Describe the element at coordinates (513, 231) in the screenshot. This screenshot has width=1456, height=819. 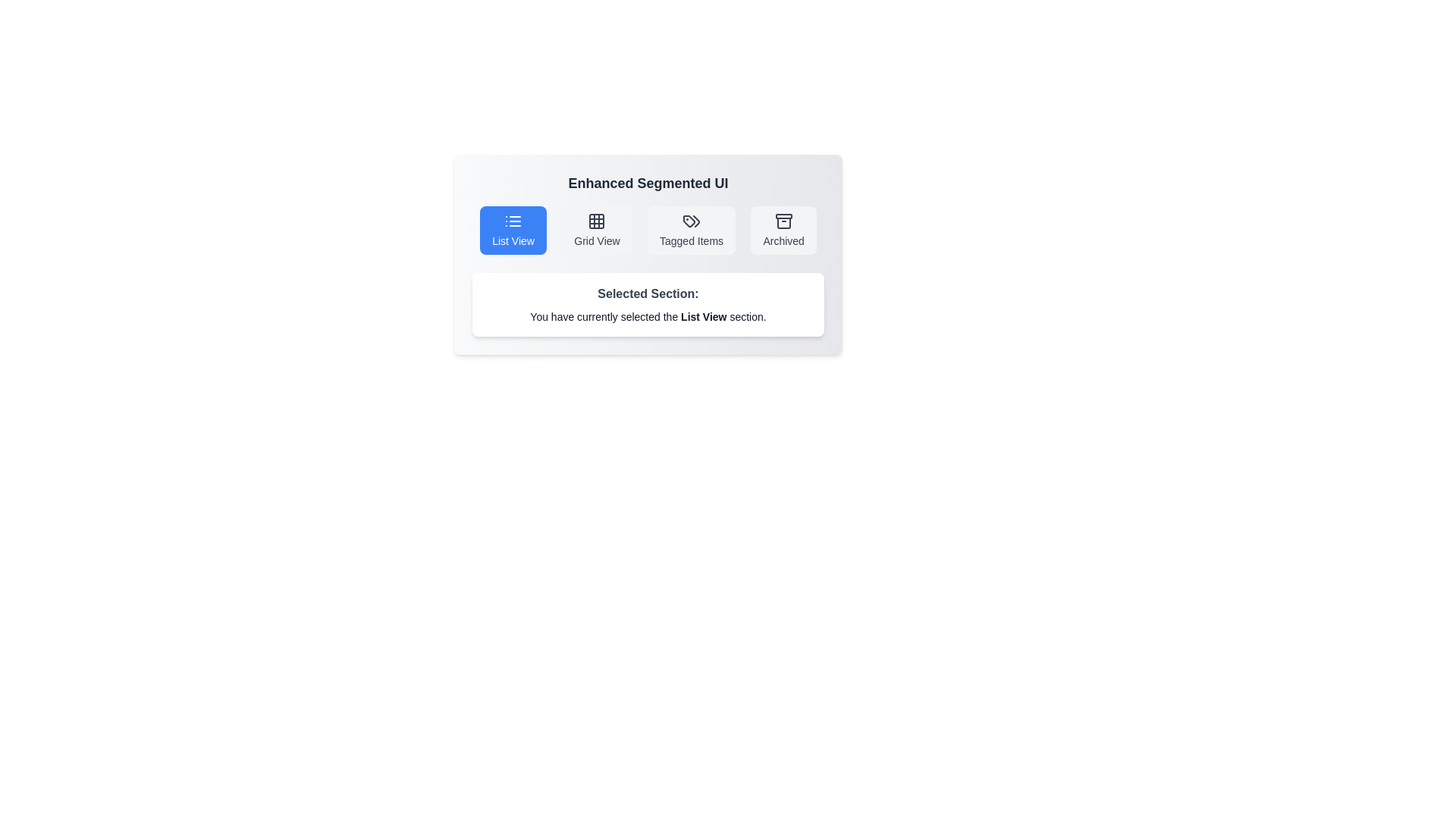
I see `the 'List View' button located under the 'Enhanced Segmented UI' title` at that location.